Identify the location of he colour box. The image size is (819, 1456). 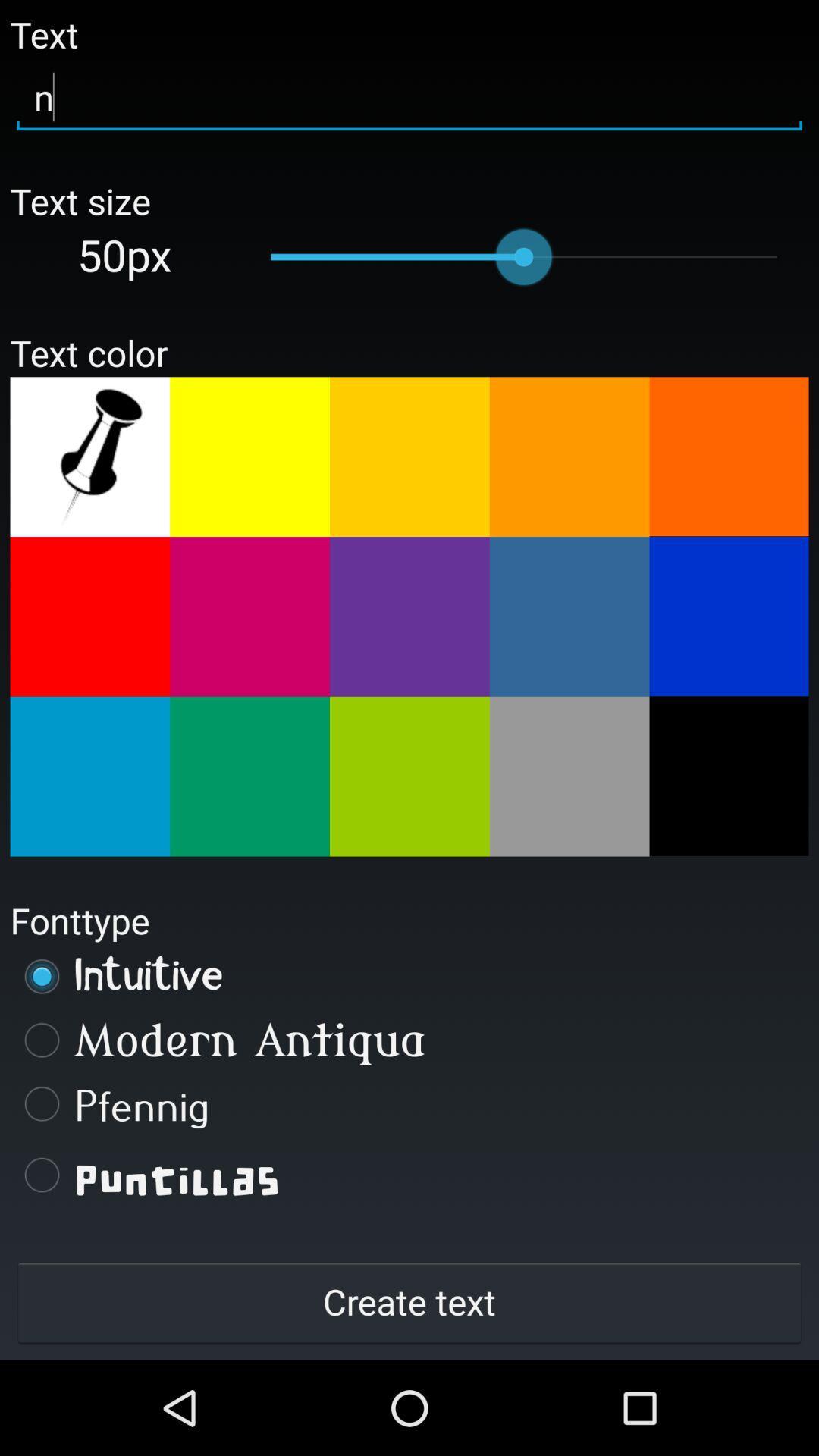
(728, 456).